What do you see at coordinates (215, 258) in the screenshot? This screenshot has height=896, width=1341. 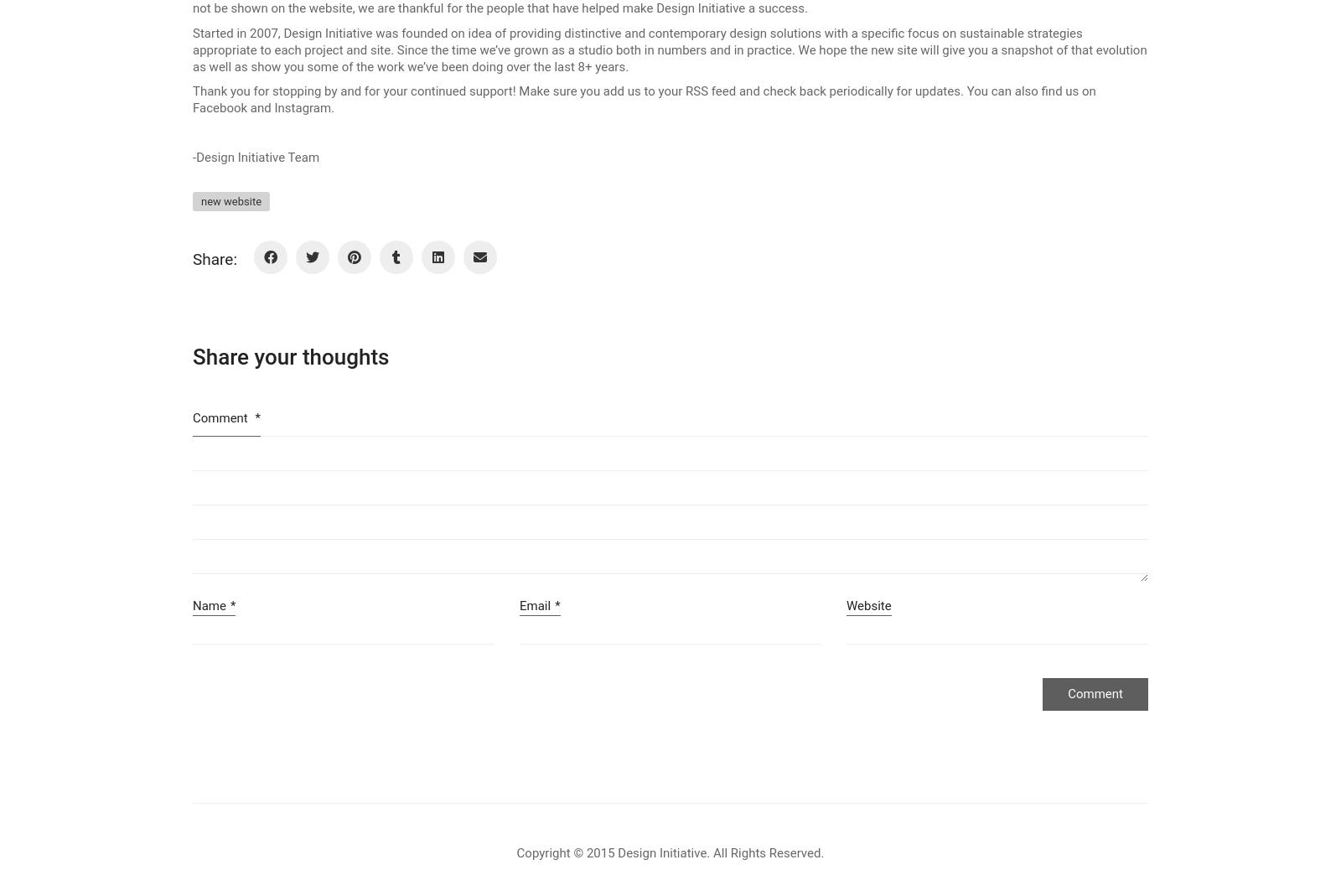 I see `'Share:'` at bounding box center [215, 258].